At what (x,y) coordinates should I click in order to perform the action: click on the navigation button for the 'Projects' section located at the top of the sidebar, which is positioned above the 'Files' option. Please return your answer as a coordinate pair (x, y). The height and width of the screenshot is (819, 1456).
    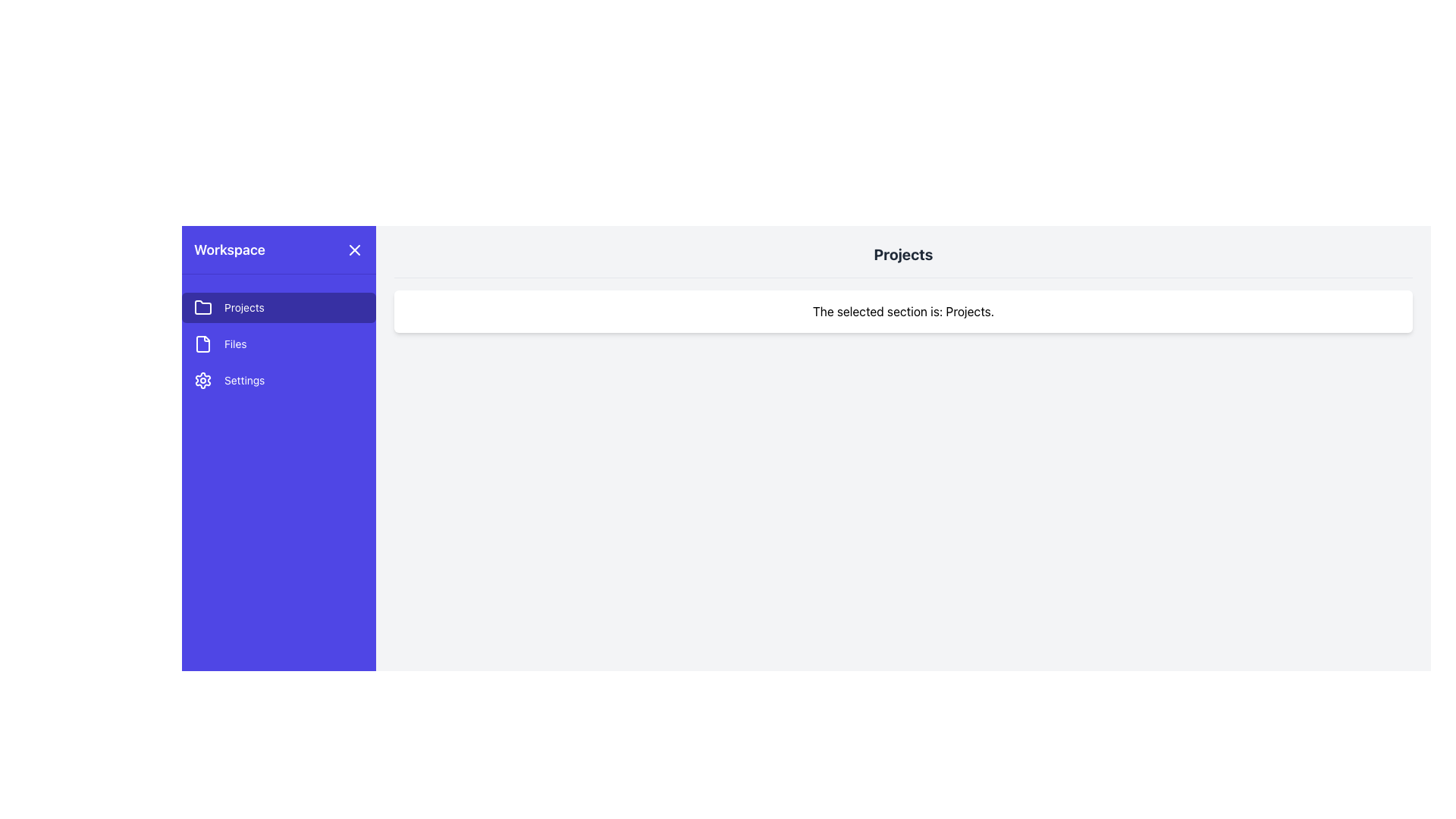
    Looking at the image, I should click on (279, 307).